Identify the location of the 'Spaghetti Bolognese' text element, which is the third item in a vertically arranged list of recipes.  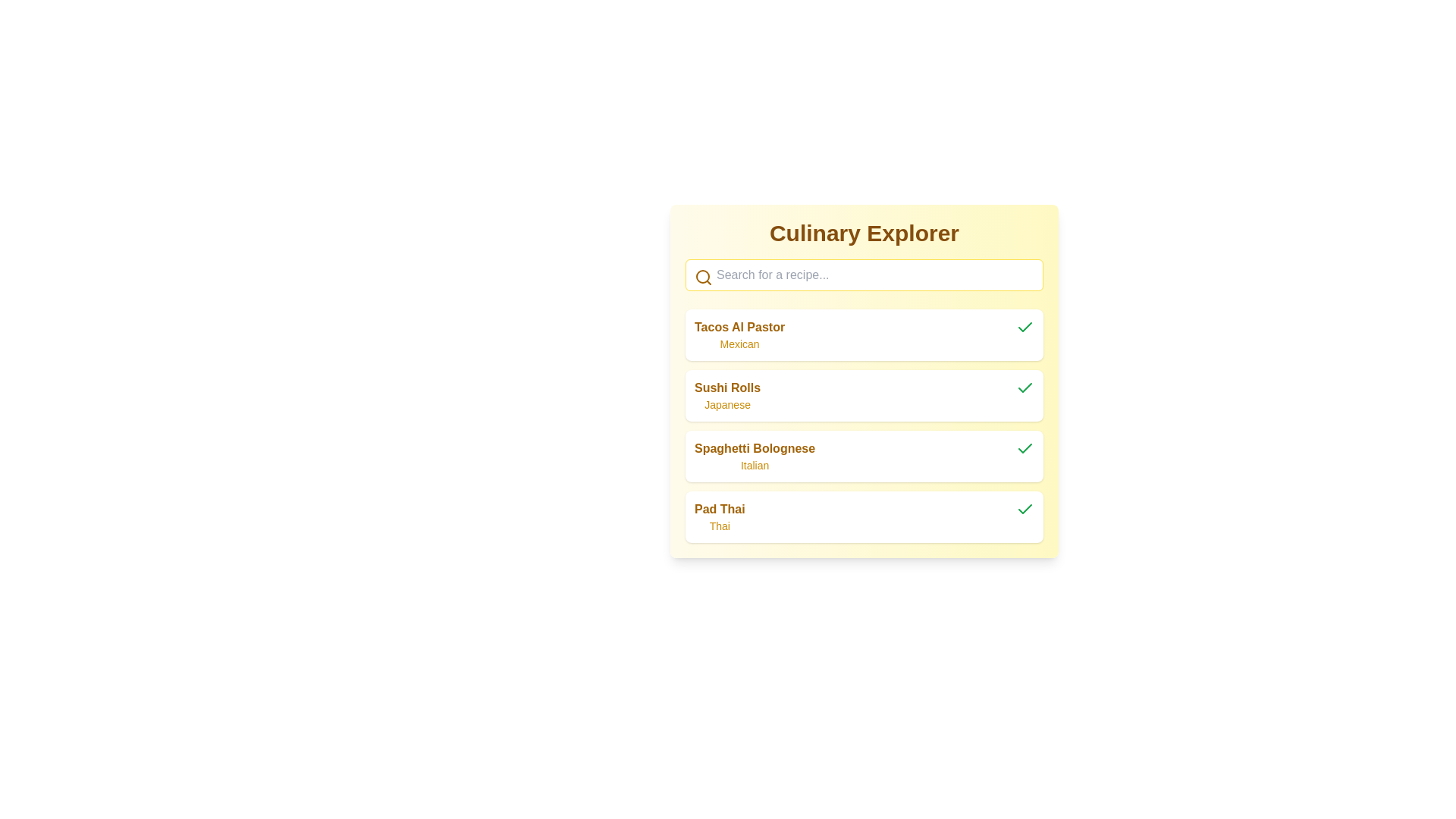
(755, 455).